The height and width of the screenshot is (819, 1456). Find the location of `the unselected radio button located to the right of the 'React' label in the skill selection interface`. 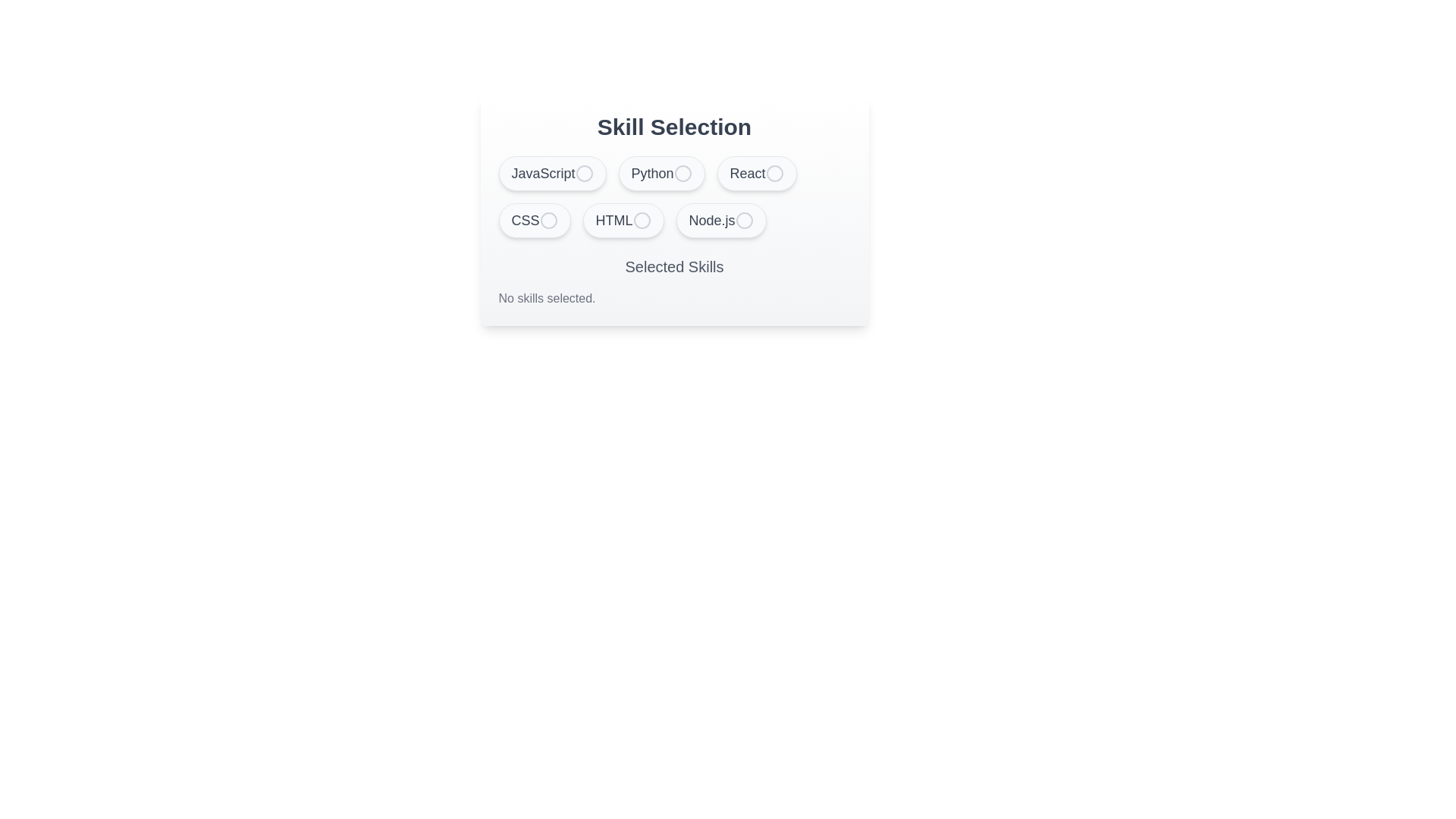

the unselected radio button located to the right of the 'React' label in the skill selection interface is located at coordinates (774, 172).